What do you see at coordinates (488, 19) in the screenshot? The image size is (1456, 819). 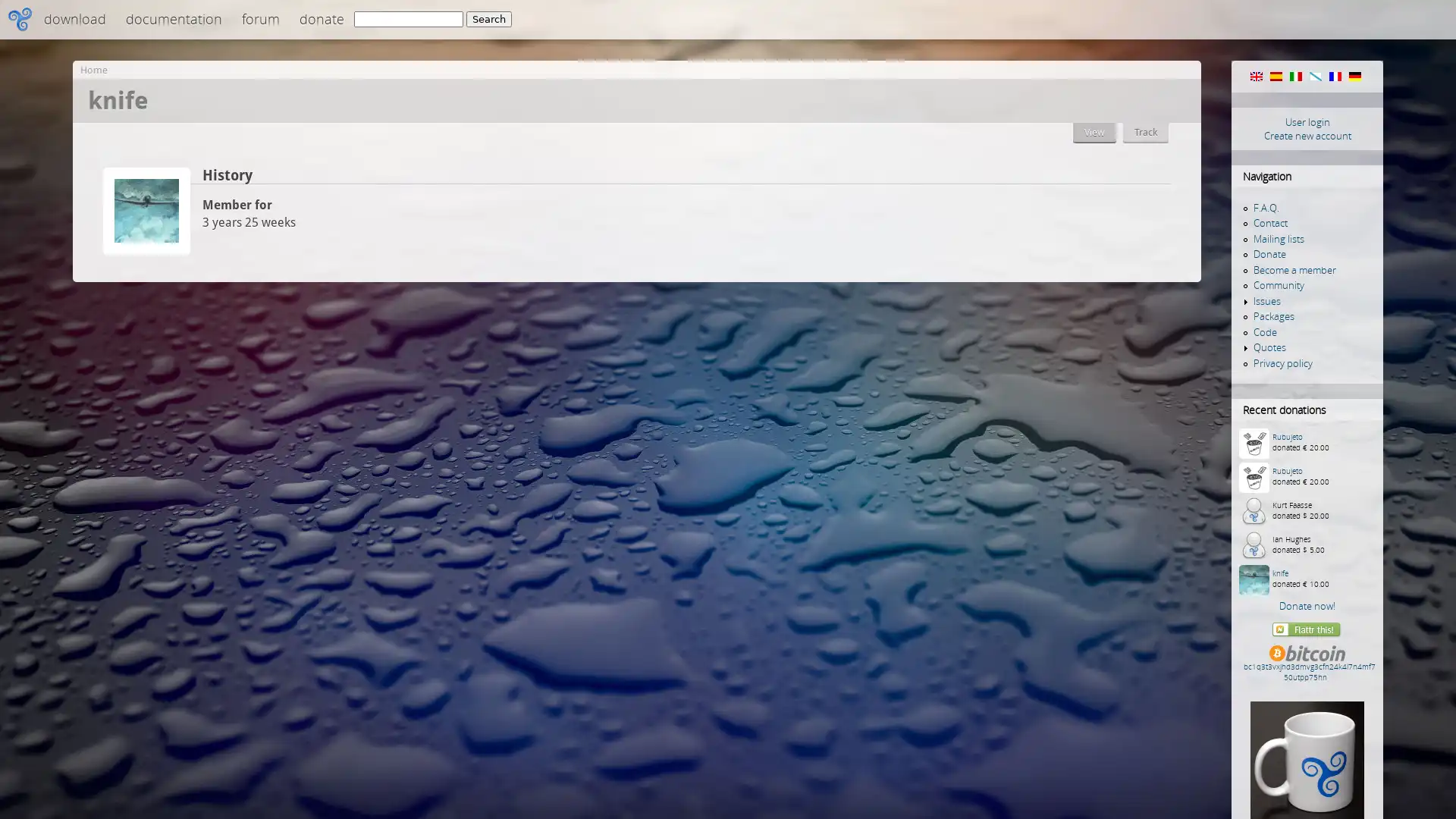 I see `Search` at bounding box center [488, 19].